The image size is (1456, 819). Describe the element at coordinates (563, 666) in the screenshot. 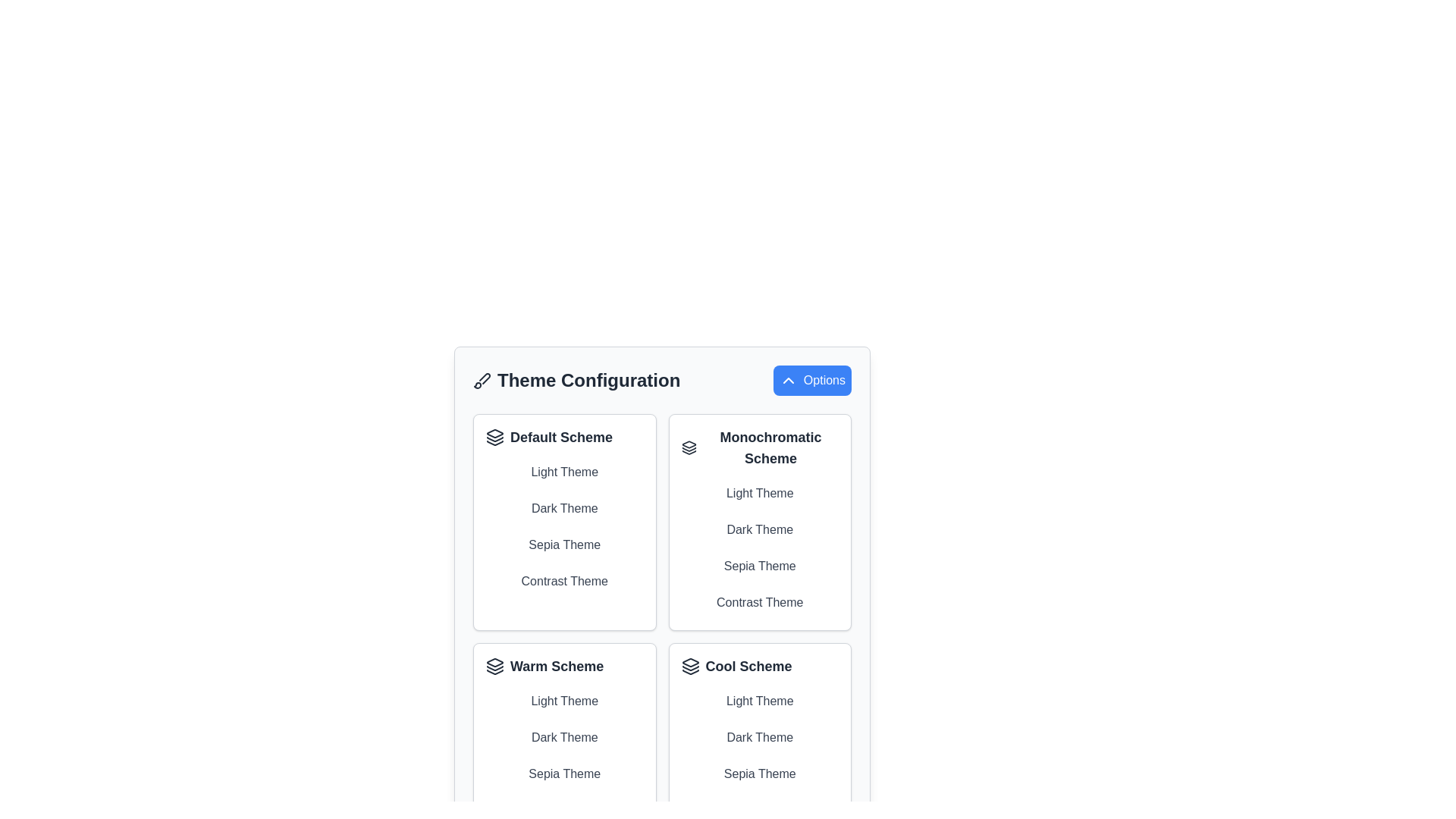

I see `text of the heading element that identifies the 'Warm Scheme' theme configuration, located in the second card on the lower-left side of a grid layout` at that location.